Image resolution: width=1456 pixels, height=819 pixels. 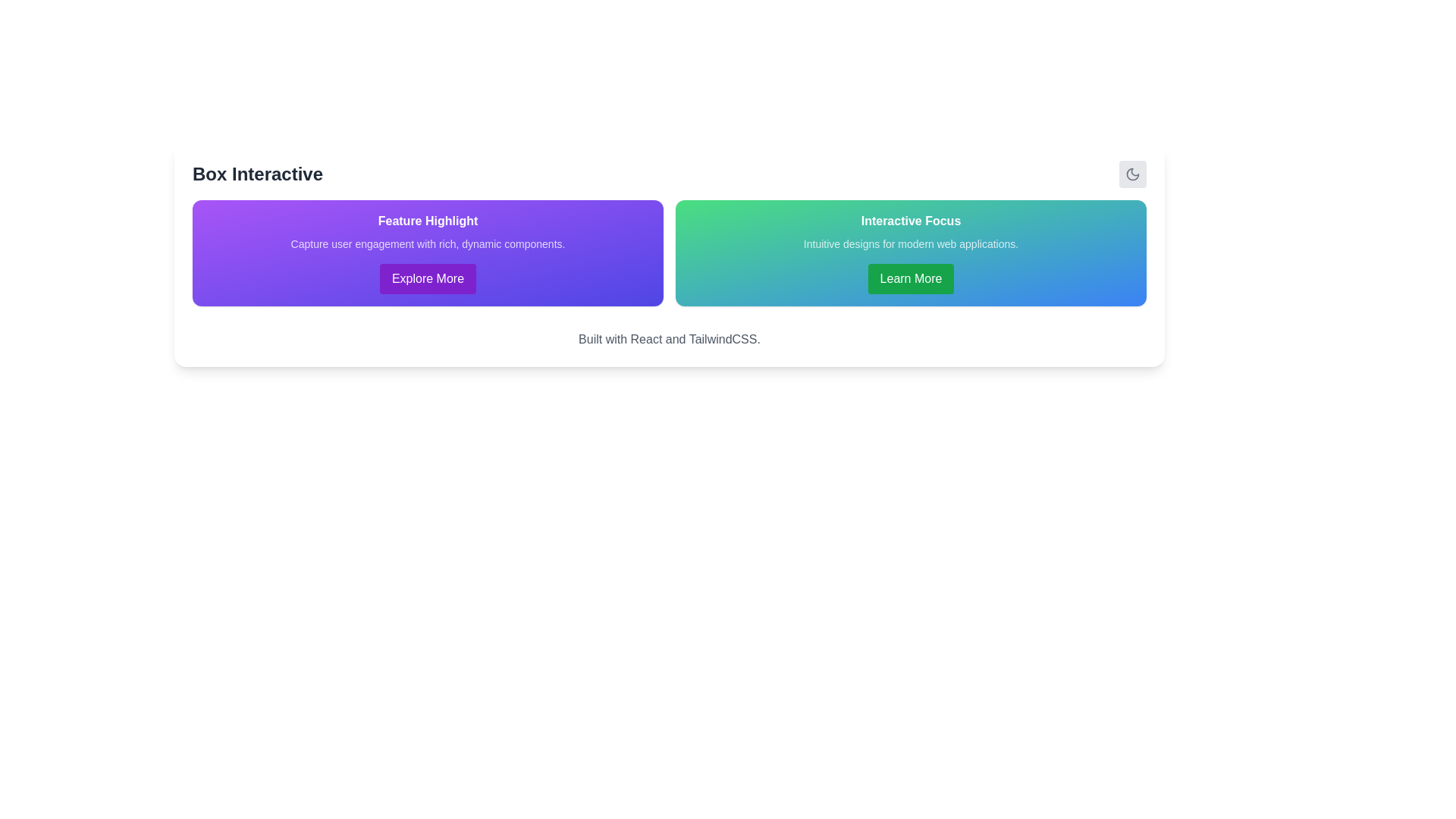 What do you see at coordinates (427, 221) in the screenshot?
I see `the static text label displaying 'Feature Highlight', which is styled in bold white font against a purple gradient background` at bounding box center [427, 221].